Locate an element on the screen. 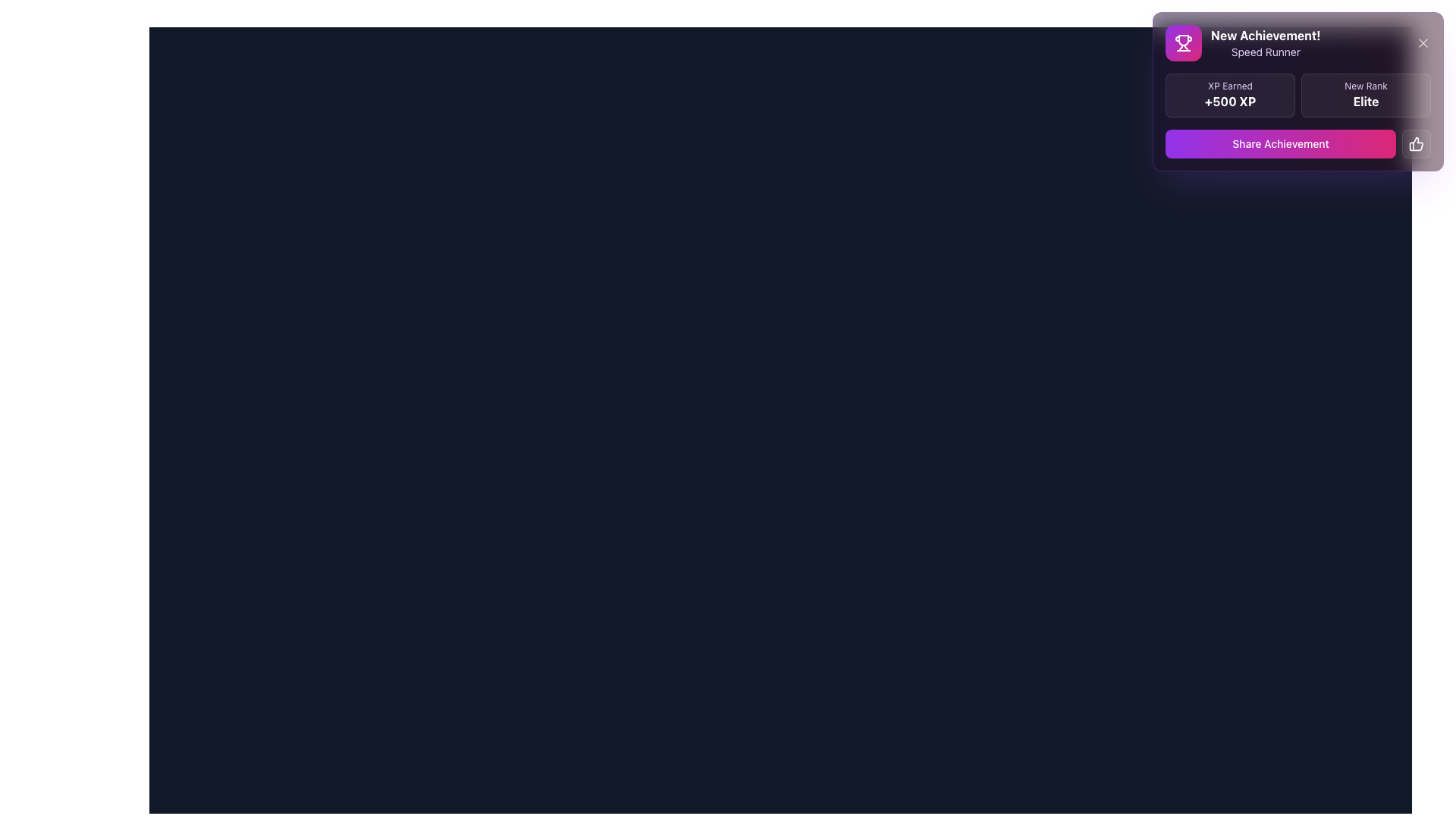 This screenshot has width=1456, height=819. the close button located in the top-right corner of the notification card is located at coordinates (1422, 42).